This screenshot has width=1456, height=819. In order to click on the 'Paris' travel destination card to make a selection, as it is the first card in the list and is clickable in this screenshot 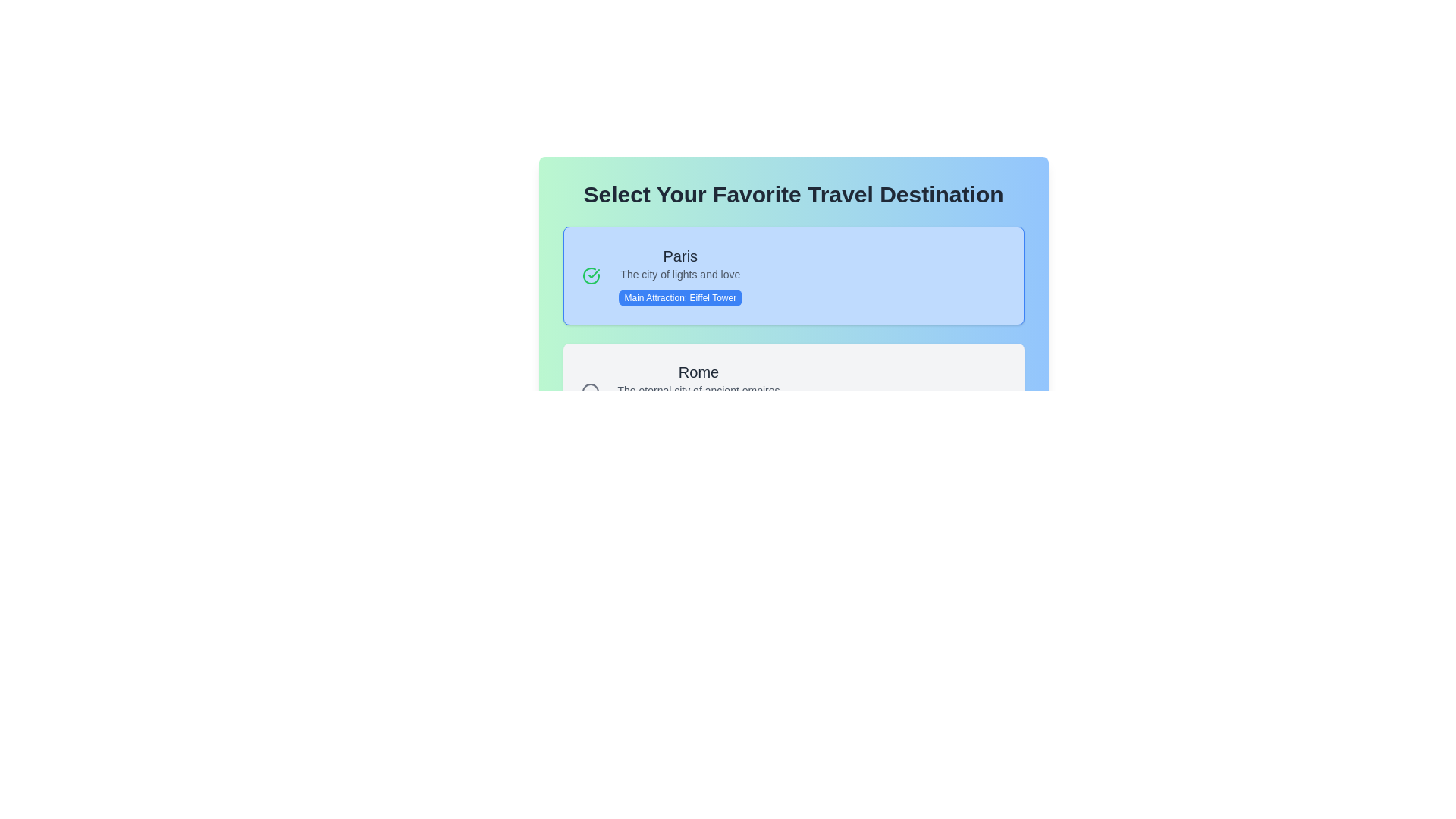, I will do `click(792, 275)`.